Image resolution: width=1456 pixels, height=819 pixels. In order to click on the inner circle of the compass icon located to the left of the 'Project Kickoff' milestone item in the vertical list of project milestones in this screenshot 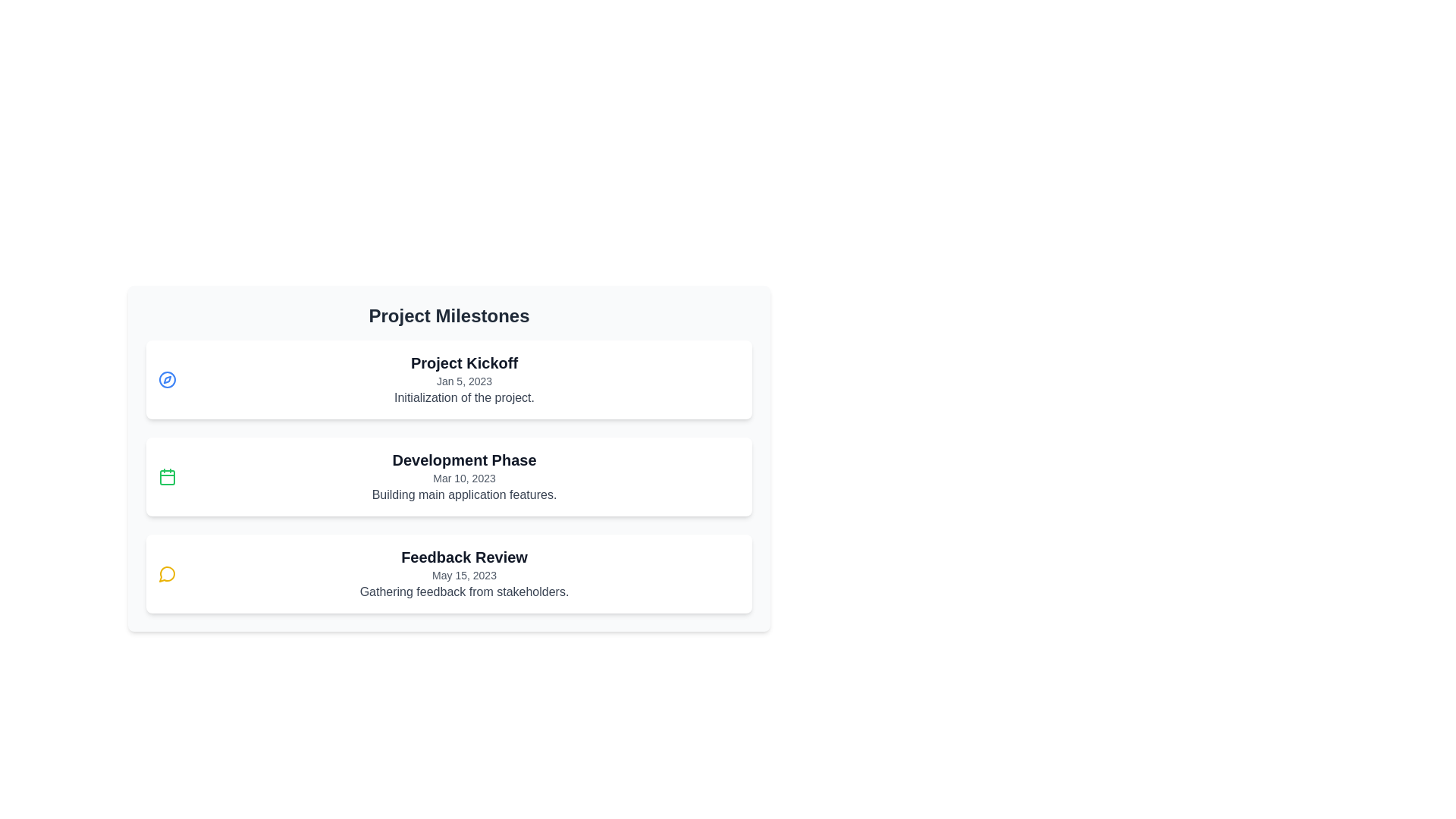, I will do `click(167, 379)`.